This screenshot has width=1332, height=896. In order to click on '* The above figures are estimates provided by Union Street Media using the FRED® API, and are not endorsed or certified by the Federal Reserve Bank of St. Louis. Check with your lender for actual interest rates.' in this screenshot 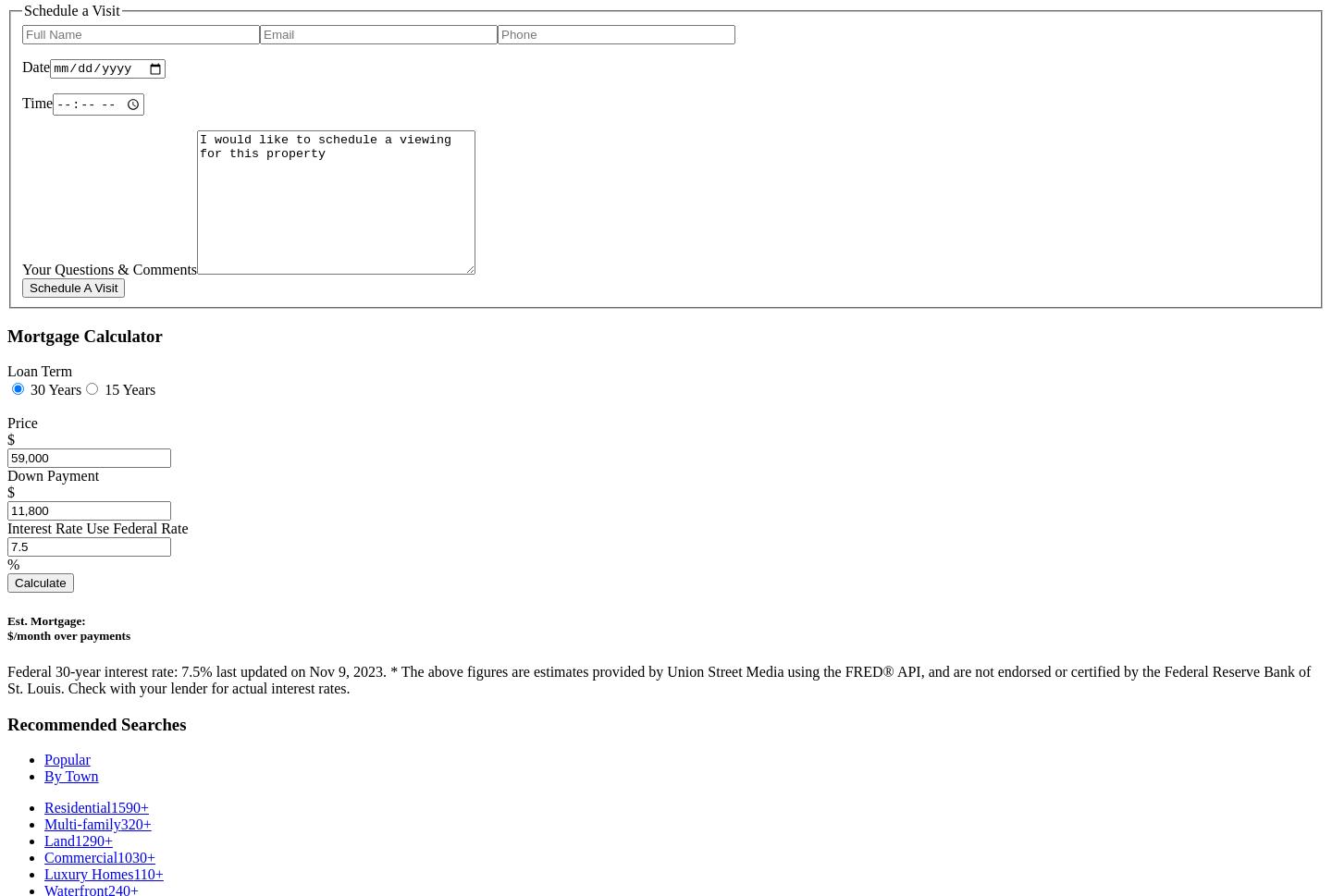, I will do `click(659, 679)`.